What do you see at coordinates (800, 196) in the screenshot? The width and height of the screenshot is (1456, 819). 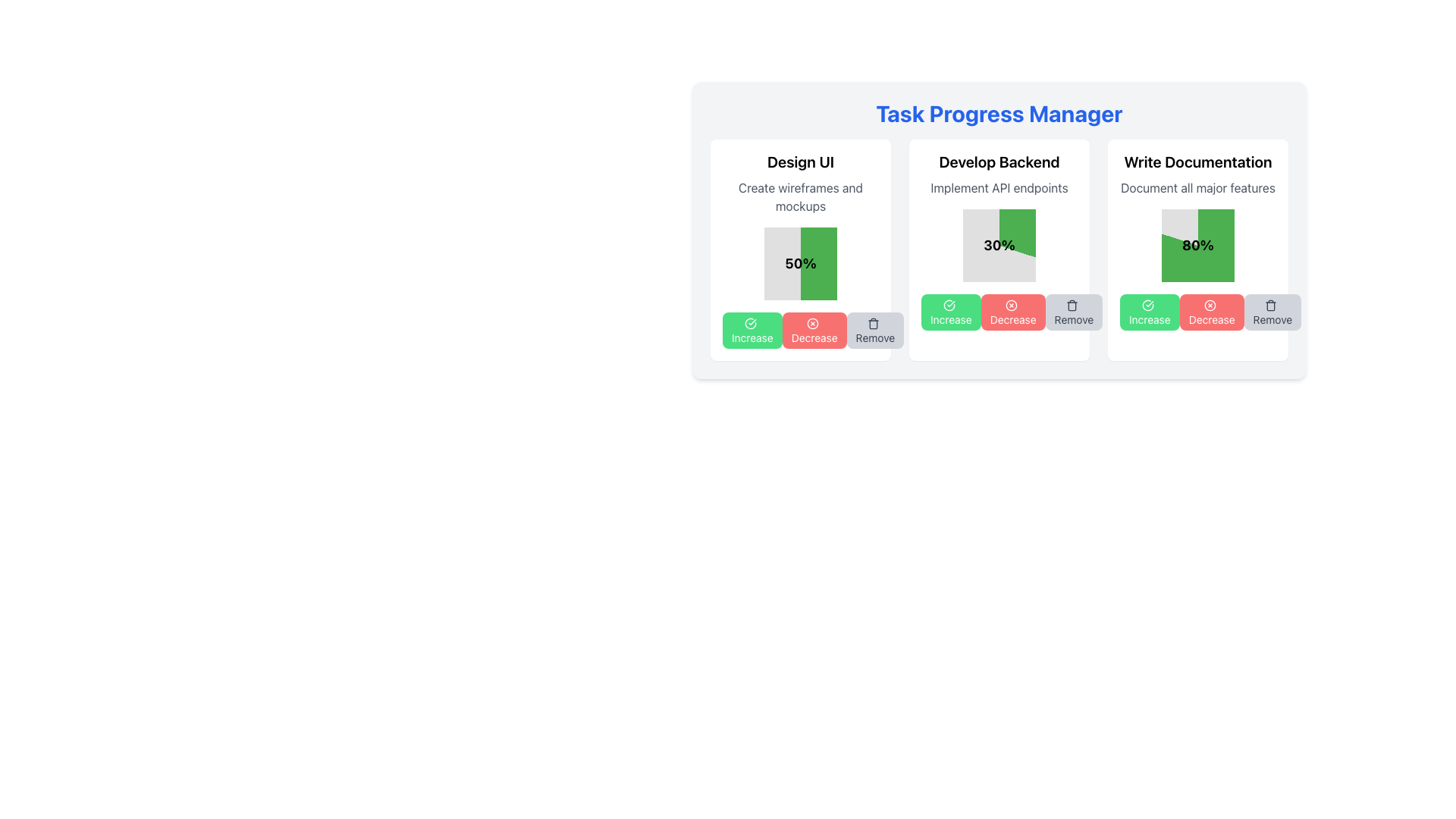 I see `the text label that describes the task related to designing user interfaces, which is located below the heading 'Design UI' and above a circular graphical representation showing '50%'` at bounding box center [800, 196].